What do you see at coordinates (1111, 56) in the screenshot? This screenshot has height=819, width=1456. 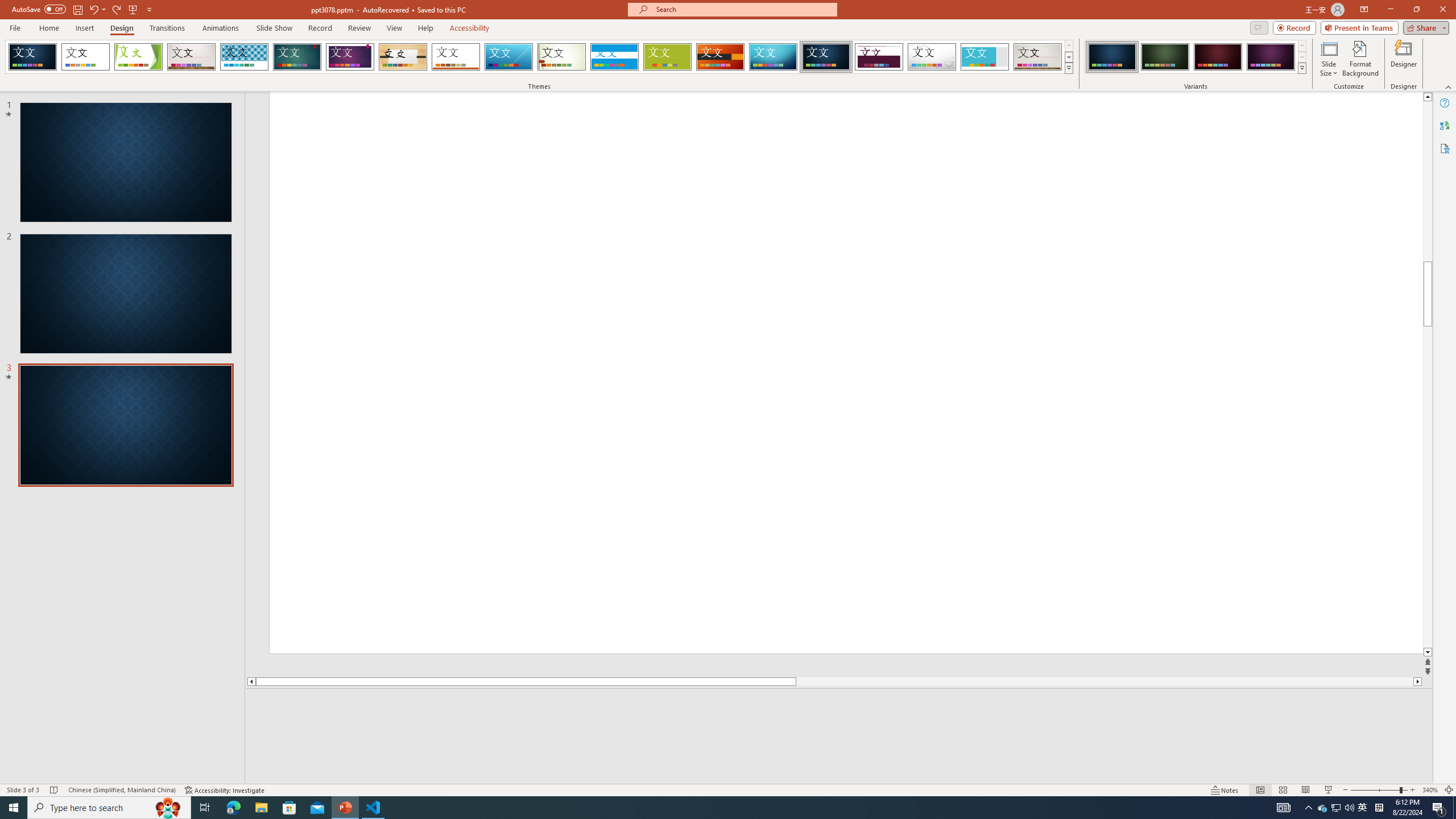 I see `'Damask Variant 1'` at bounding box center [1111, 56].